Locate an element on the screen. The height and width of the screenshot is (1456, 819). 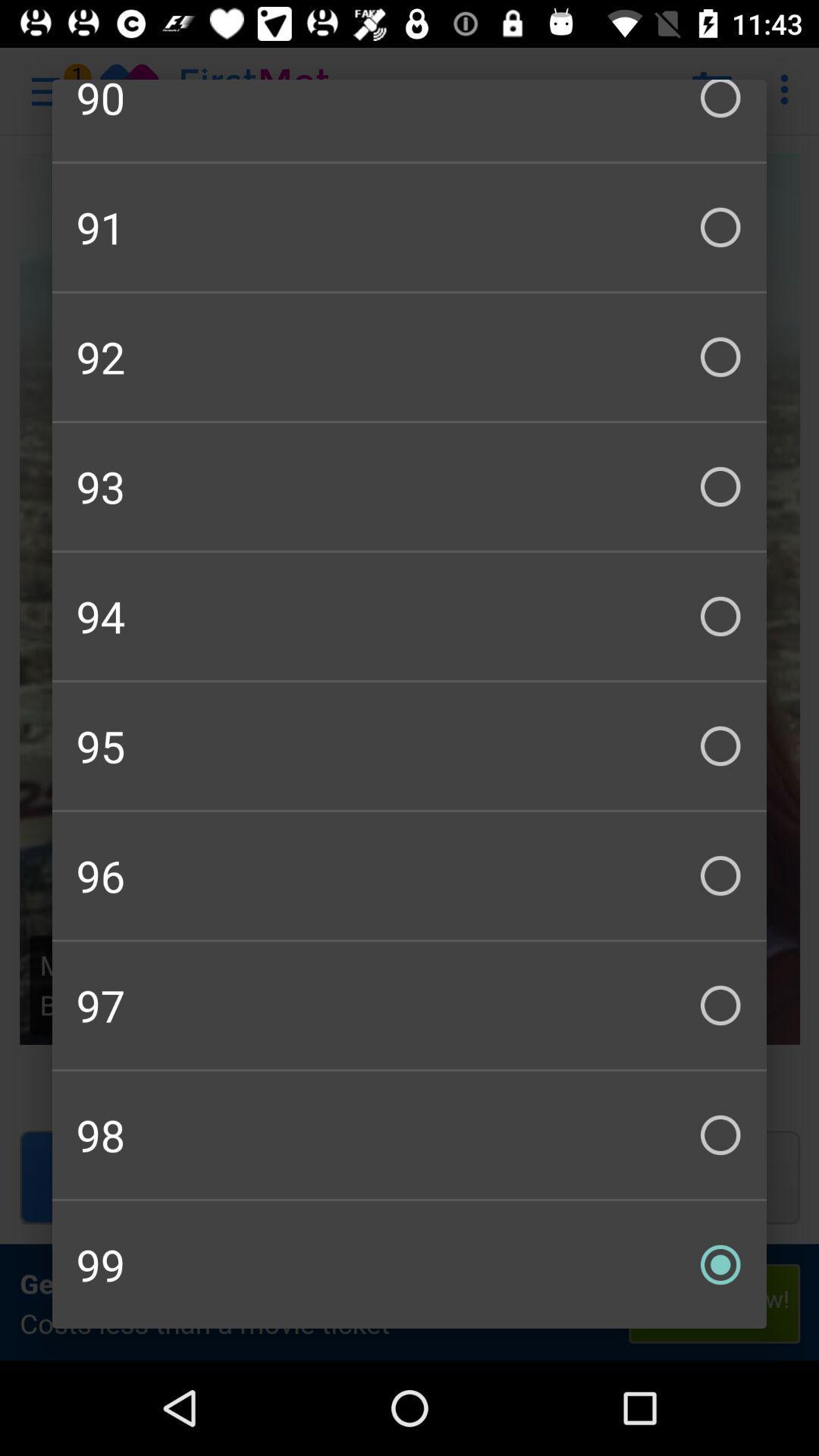
the icon above the 92 checkbox is located at coordinates (409, 226).